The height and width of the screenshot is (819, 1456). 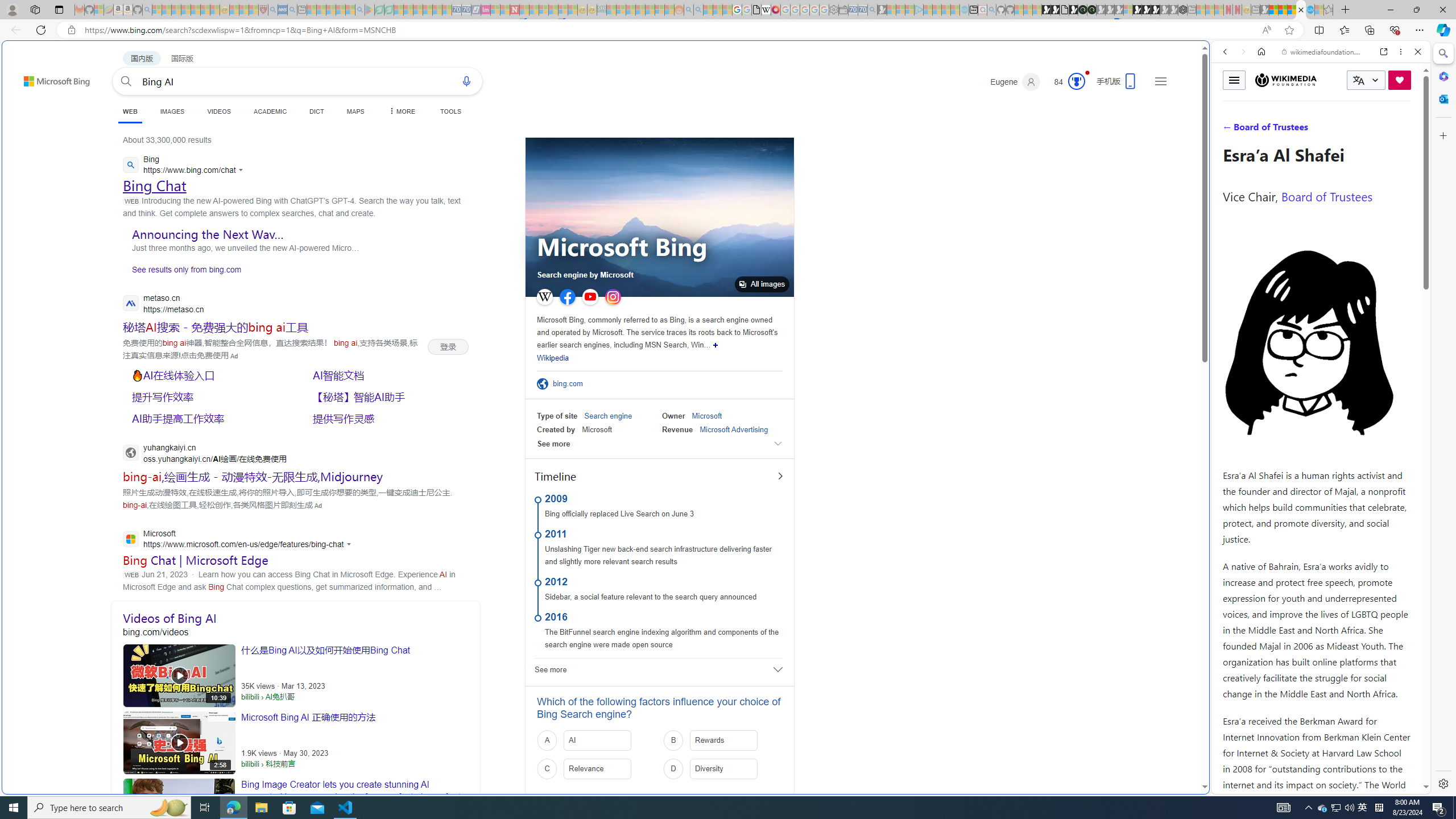 I want to click on 'Wikimedia Foundation', so click(x=1286, y=79).